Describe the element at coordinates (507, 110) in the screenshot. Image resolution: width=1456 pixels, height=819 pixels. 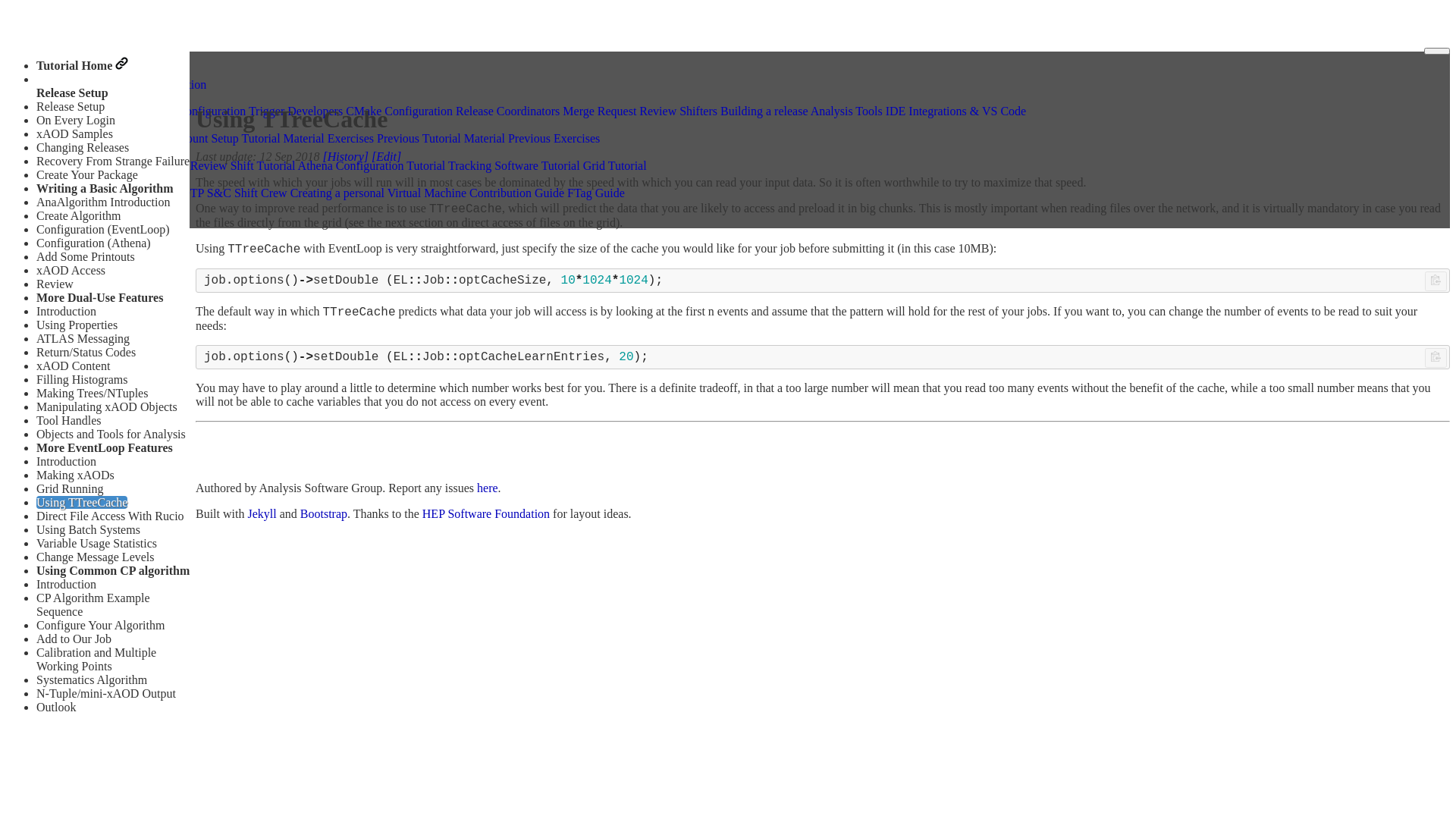
I see `'Release Coordinators'` at that location.